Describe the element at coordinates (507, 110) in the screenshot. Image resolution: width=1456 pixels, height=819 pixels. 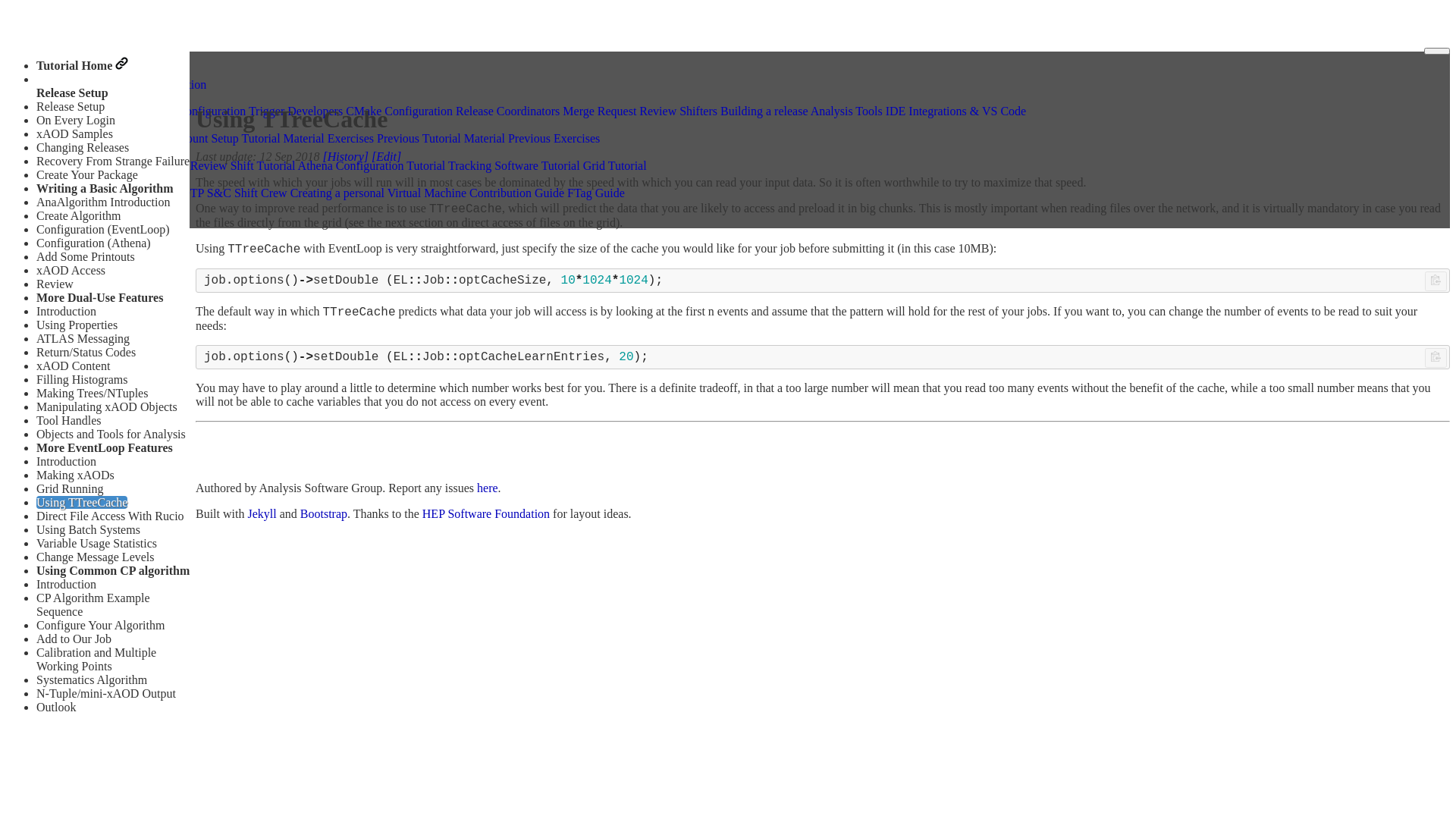
I see `'Release Coordinators'` at that location.